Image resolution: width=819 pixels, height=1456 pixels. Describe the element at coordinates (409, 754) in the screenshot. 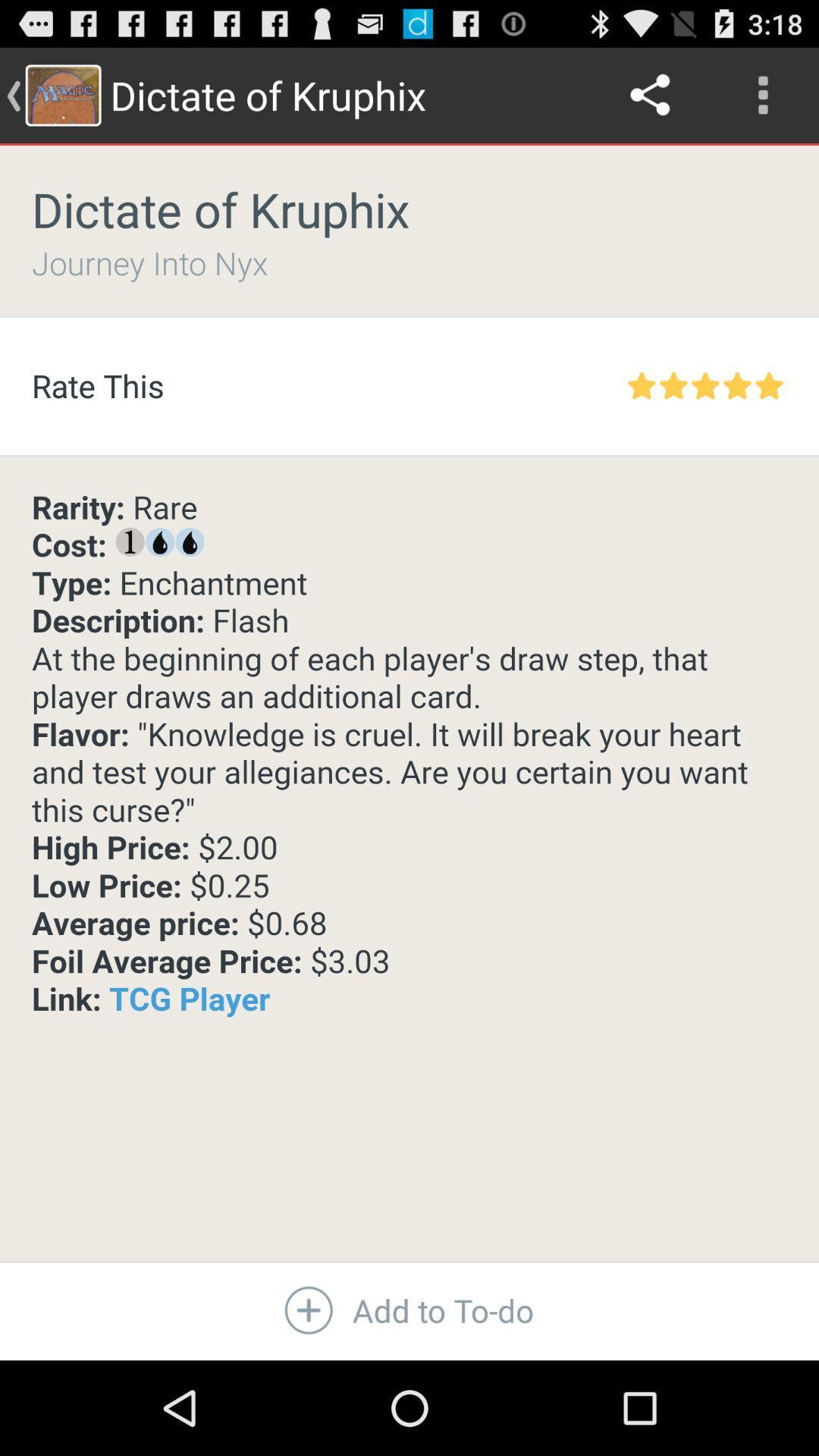

I see `the item above add to to icon` at that location.